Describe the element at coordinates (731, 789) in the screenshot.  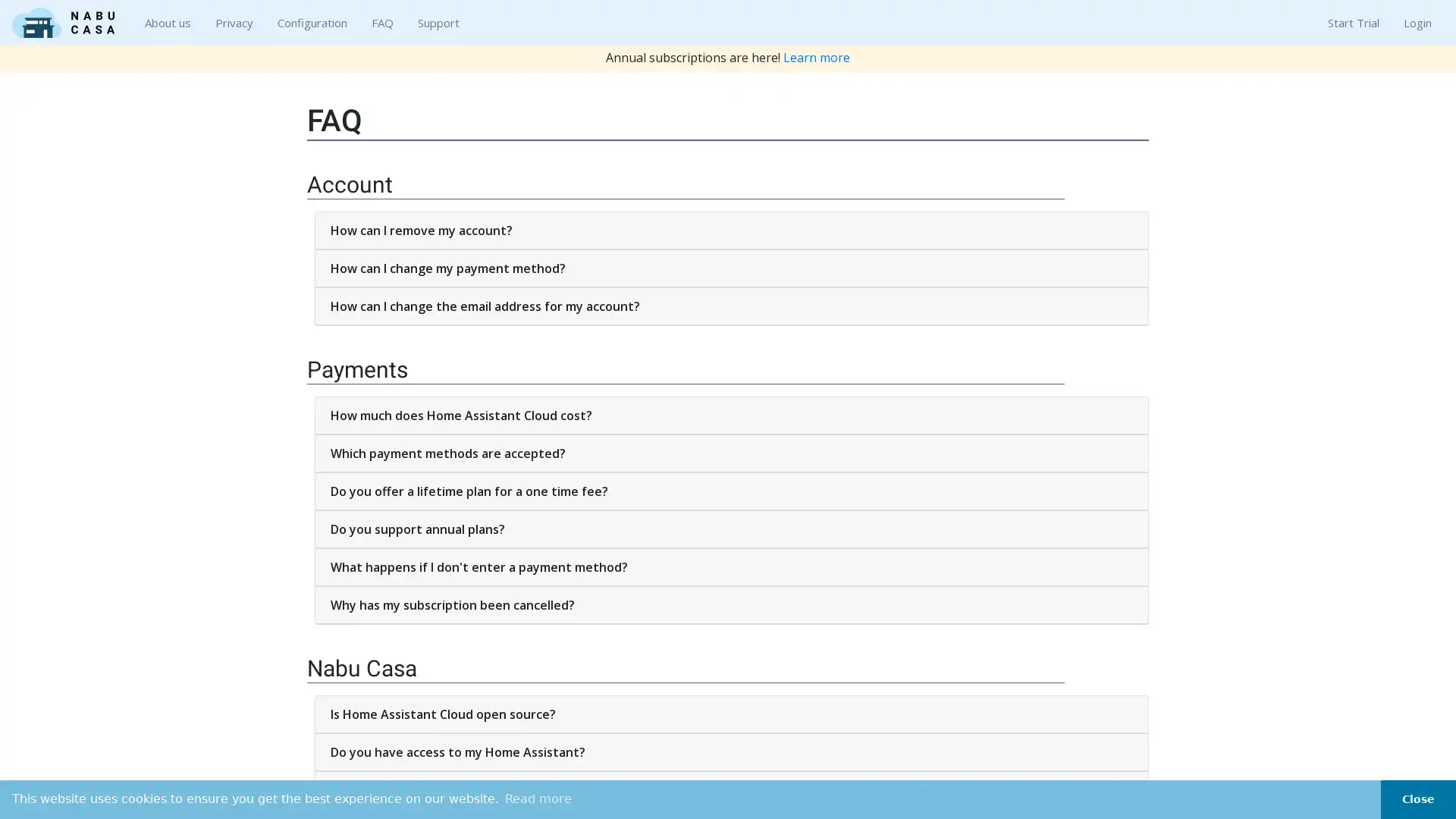
I see `I received an email from Let's Encrypt. Do I need to renew my own certificates?` at that location.